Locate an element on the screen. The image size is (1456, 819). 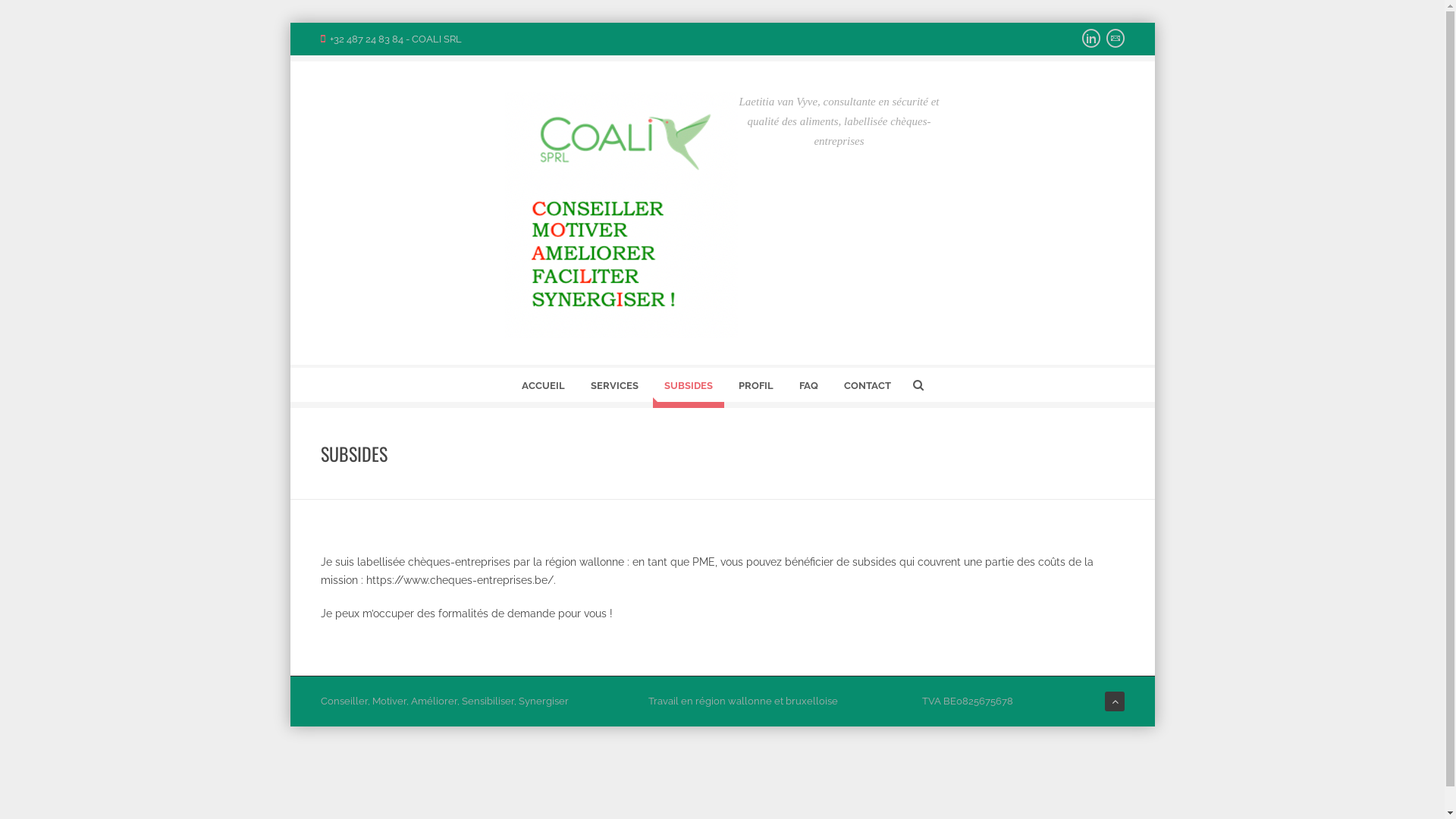
'SERVICES' is located at coordinates (614, 388).